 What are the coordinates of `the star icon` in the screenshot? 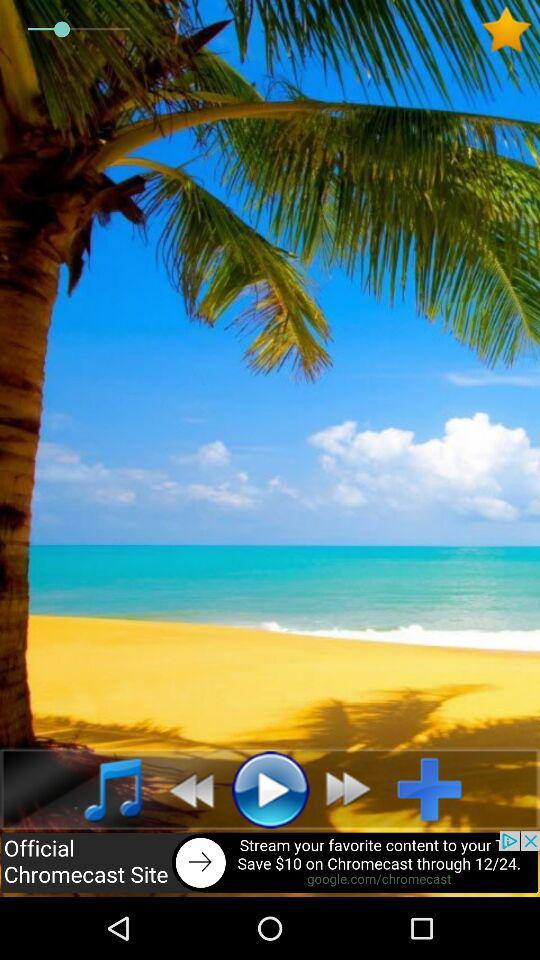 It's located at (510, 28).